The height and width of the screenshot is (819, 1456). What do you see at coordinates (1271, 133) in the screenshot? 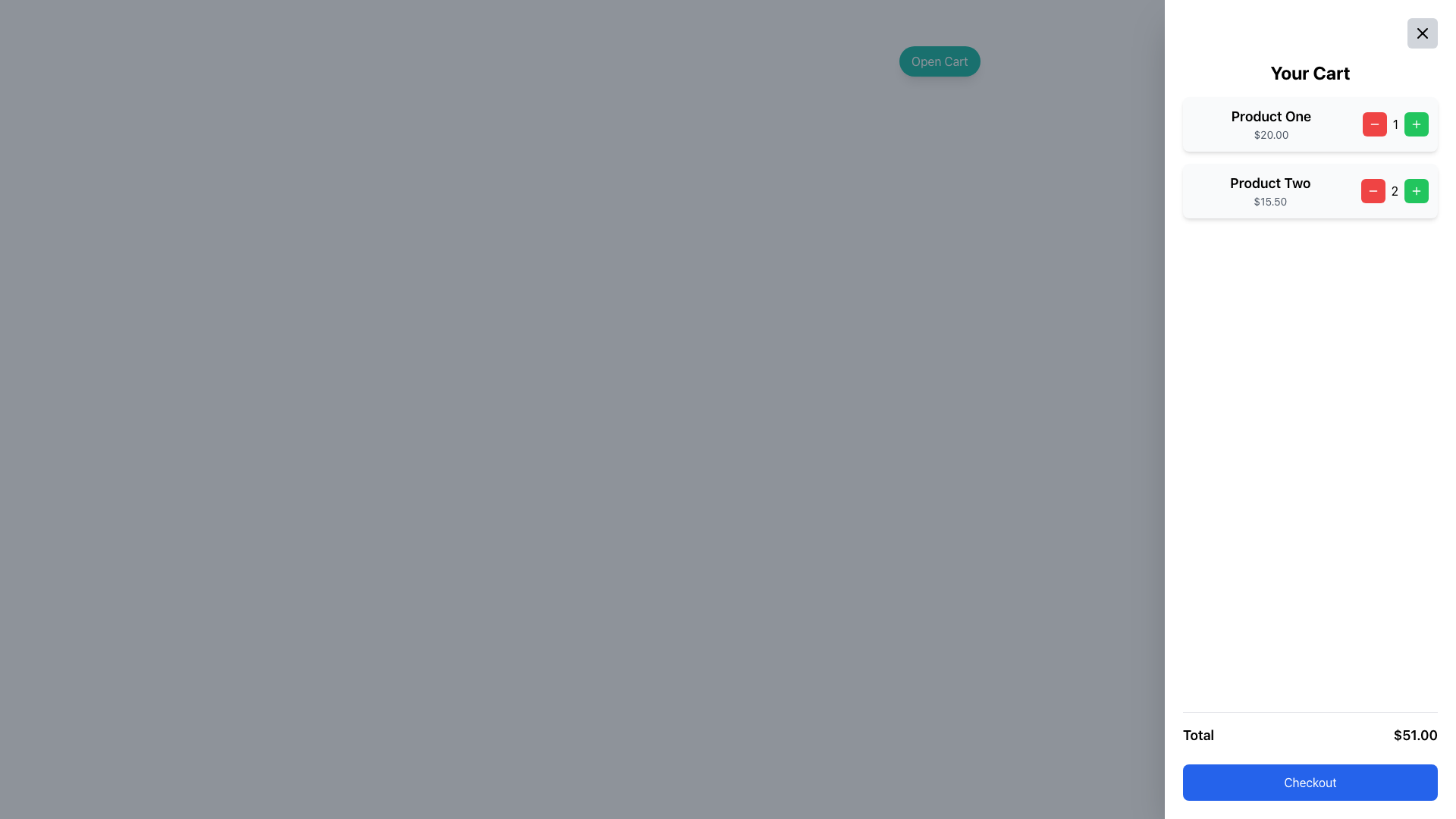
I see `the text displaying the price '$20.00' located below 'Product One'` at bounding box center [1271, 133].